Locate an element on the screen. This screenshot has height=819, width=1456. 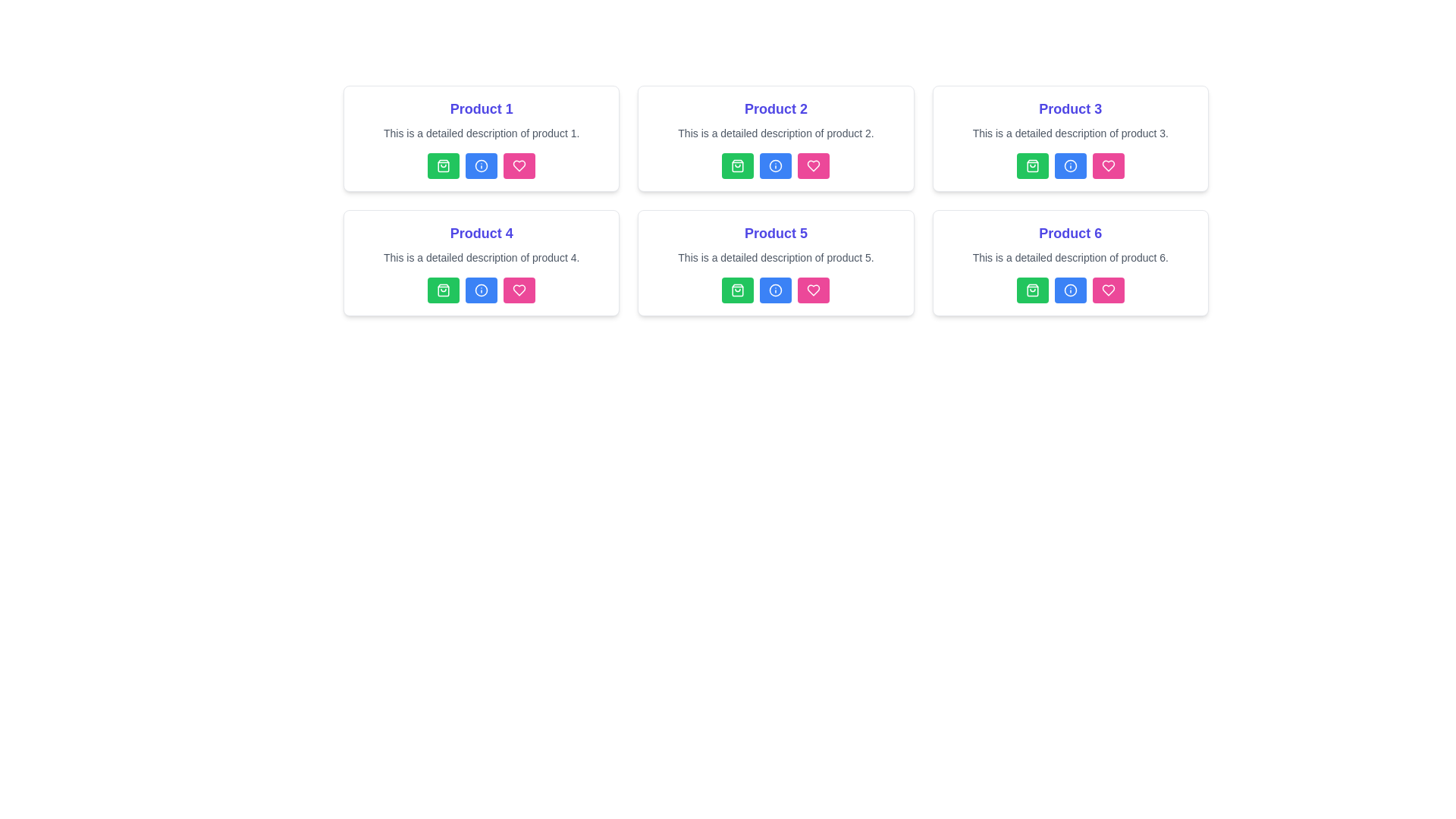
the green button with a shopping bag icon located under 'Product 1', which is the first button in the row of three buttons is located at coordinates (443, 166).